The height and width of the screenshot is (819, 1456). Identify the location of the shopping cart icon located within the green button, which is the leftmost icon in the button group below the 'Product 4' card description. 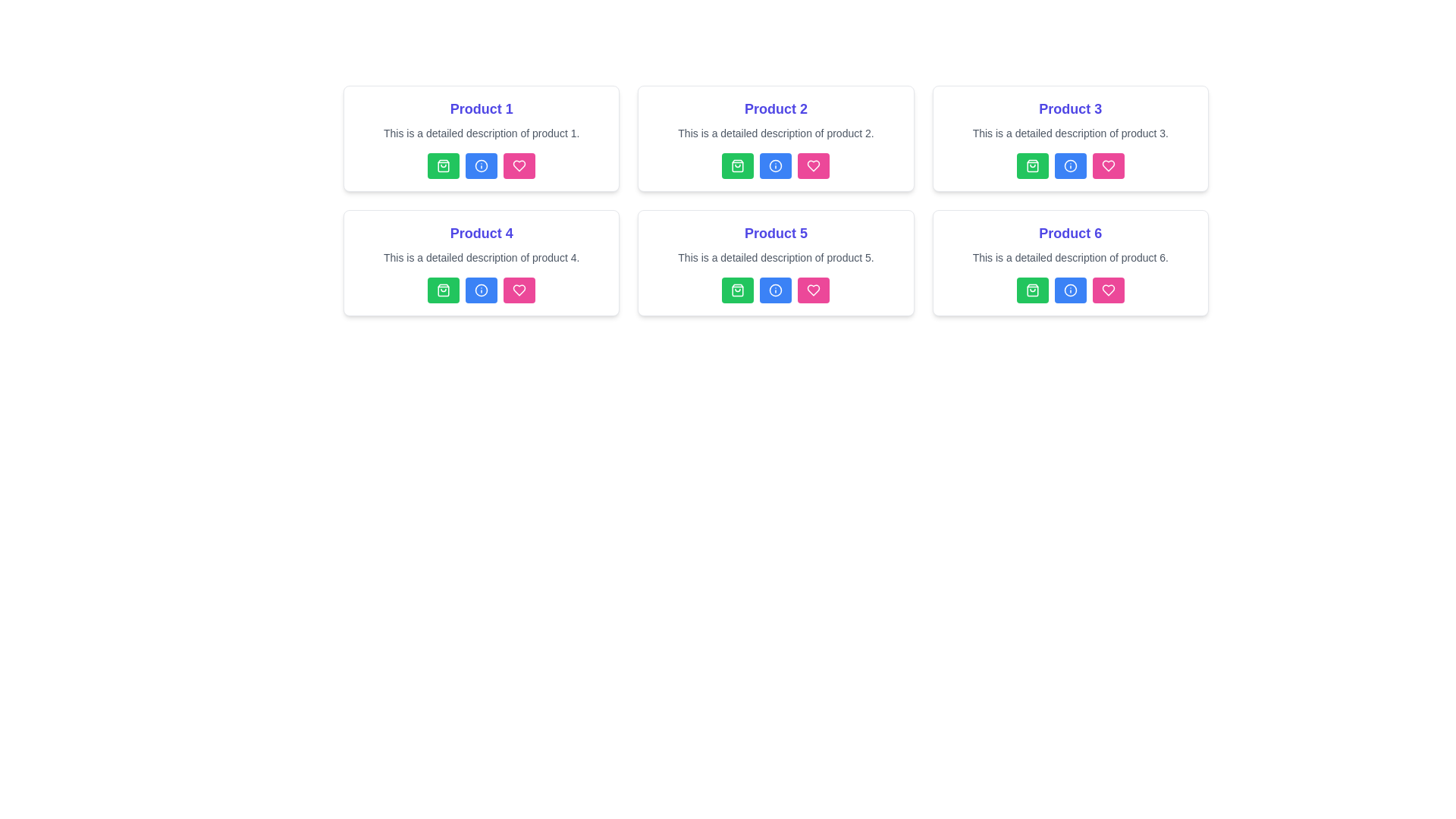
(443, 290).